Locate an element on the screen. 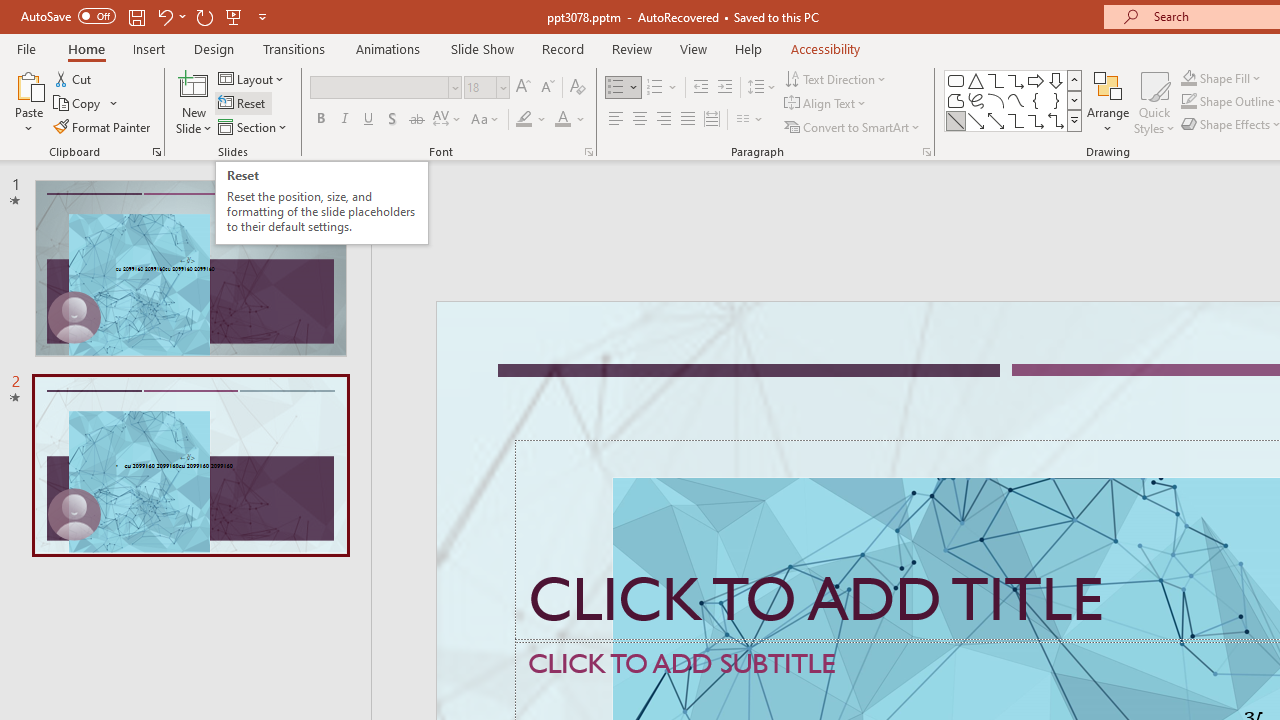 This screenshot has height=720, width=1280. 'Justify' is located at coordinates (688, 119).